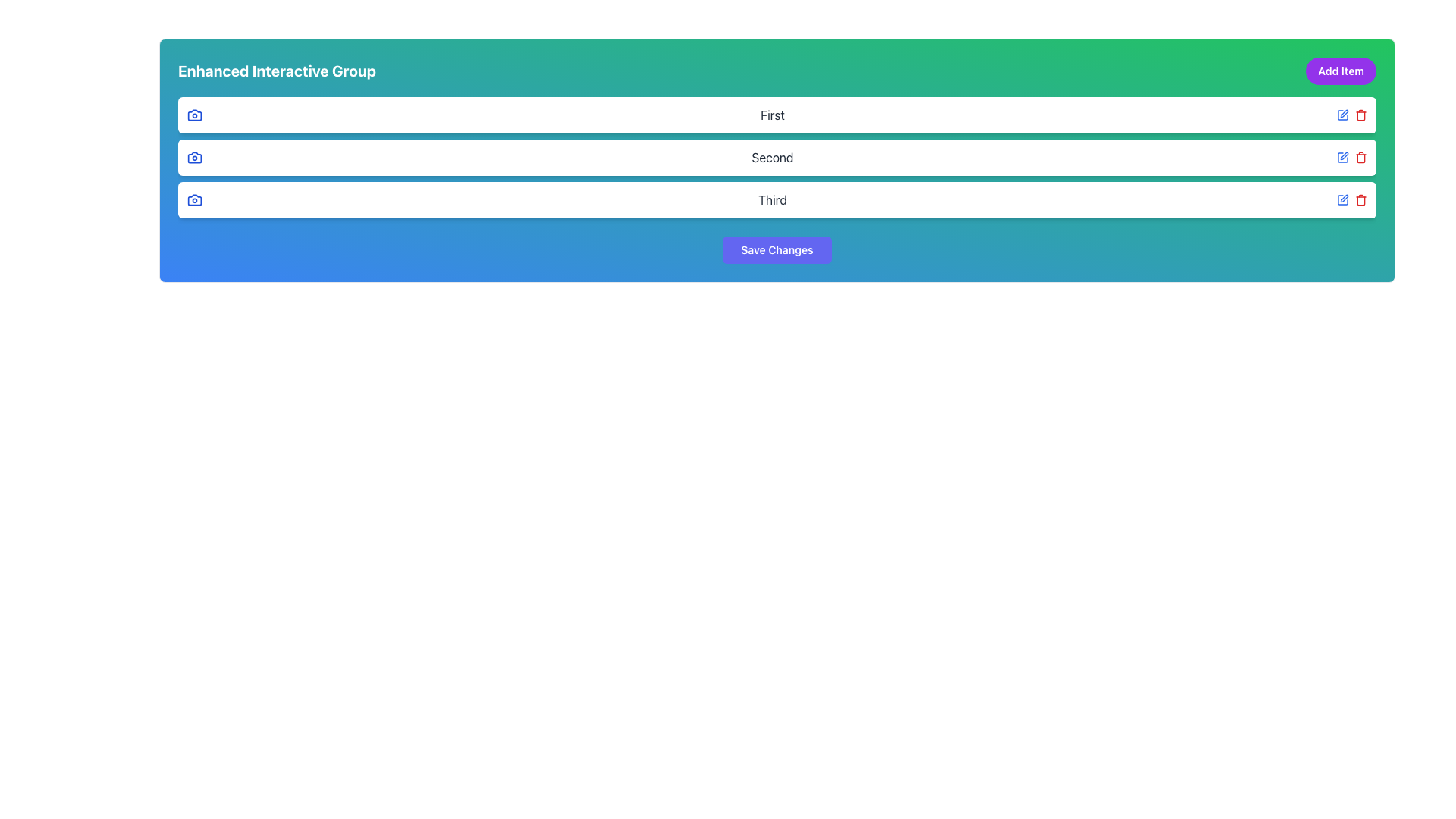  Describe the element at coordinates (277, 71) in the screenshot. I see `heading or title text element located at the left-hand side of the top section of the interface, which provides context for the section below` at that location.